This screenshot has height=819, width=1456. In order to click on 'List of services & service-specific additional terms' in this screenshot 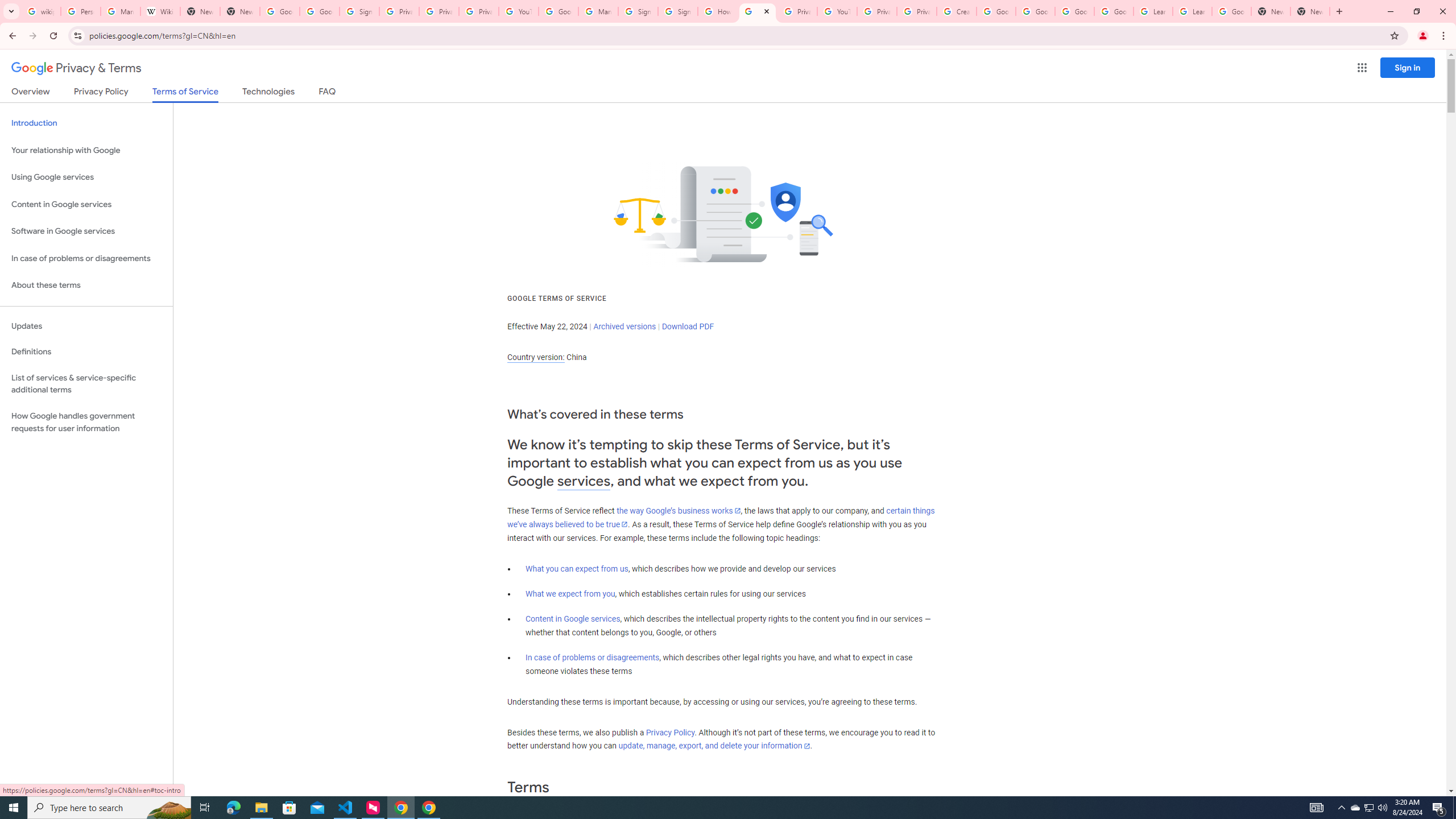, I will do `click(86, 383)`.